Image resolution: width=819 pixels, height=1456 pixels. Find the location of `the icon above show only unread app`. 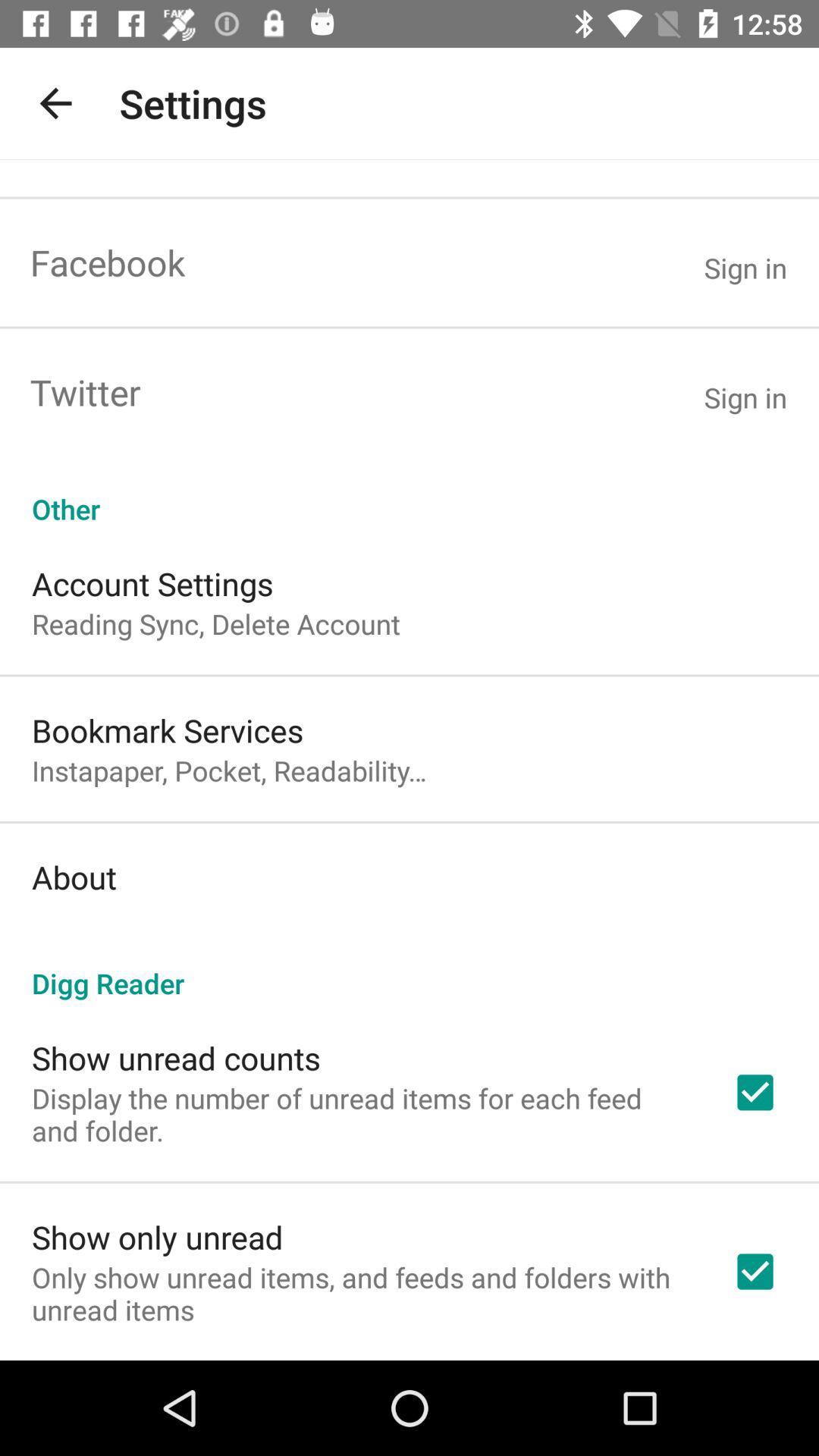

the icon above show only unread app is located at coordinates (362, 1114).